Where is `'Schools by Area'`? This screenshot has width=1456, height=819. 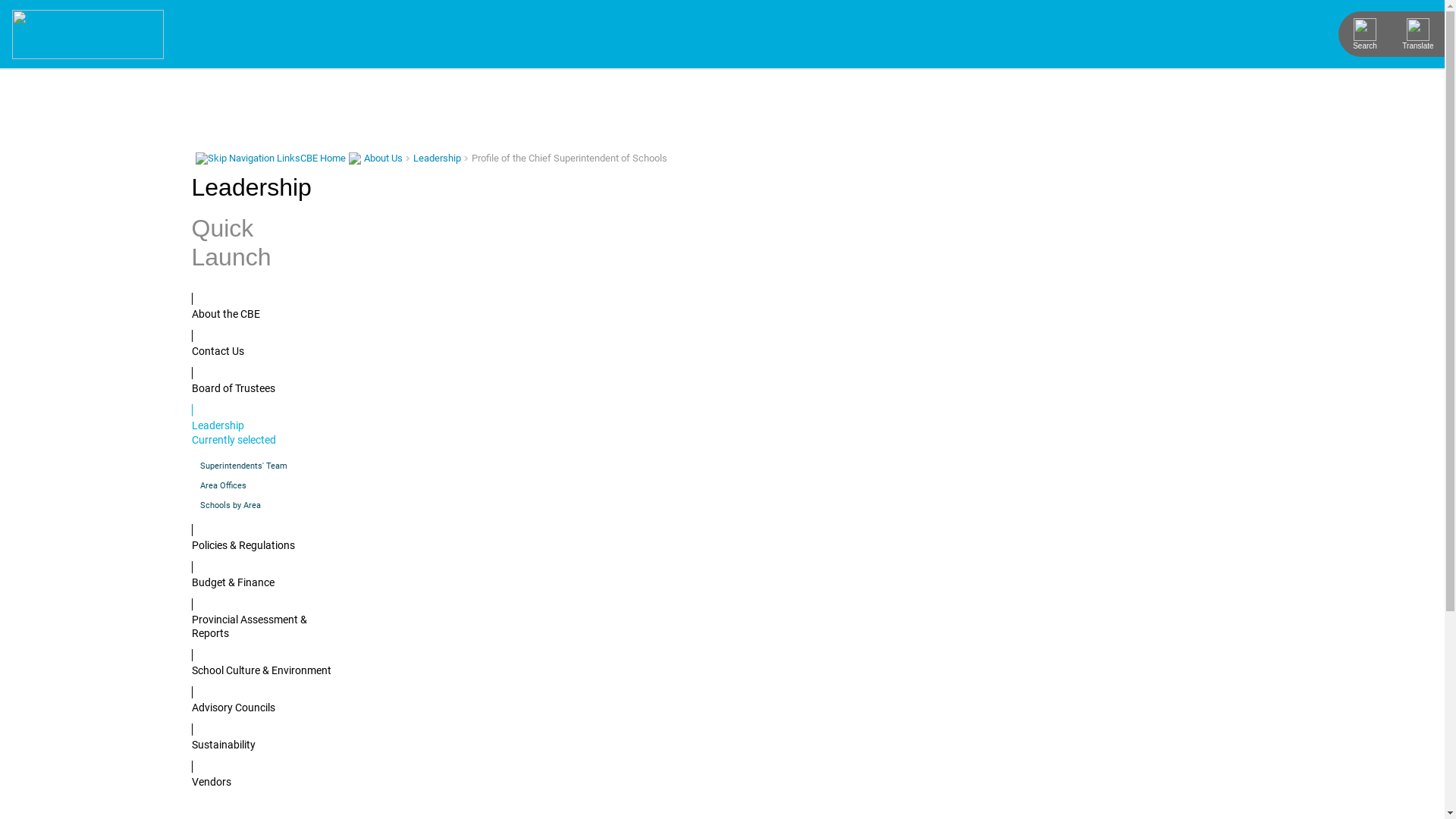 'Schools by Area' is located at coordinates (261, 505).